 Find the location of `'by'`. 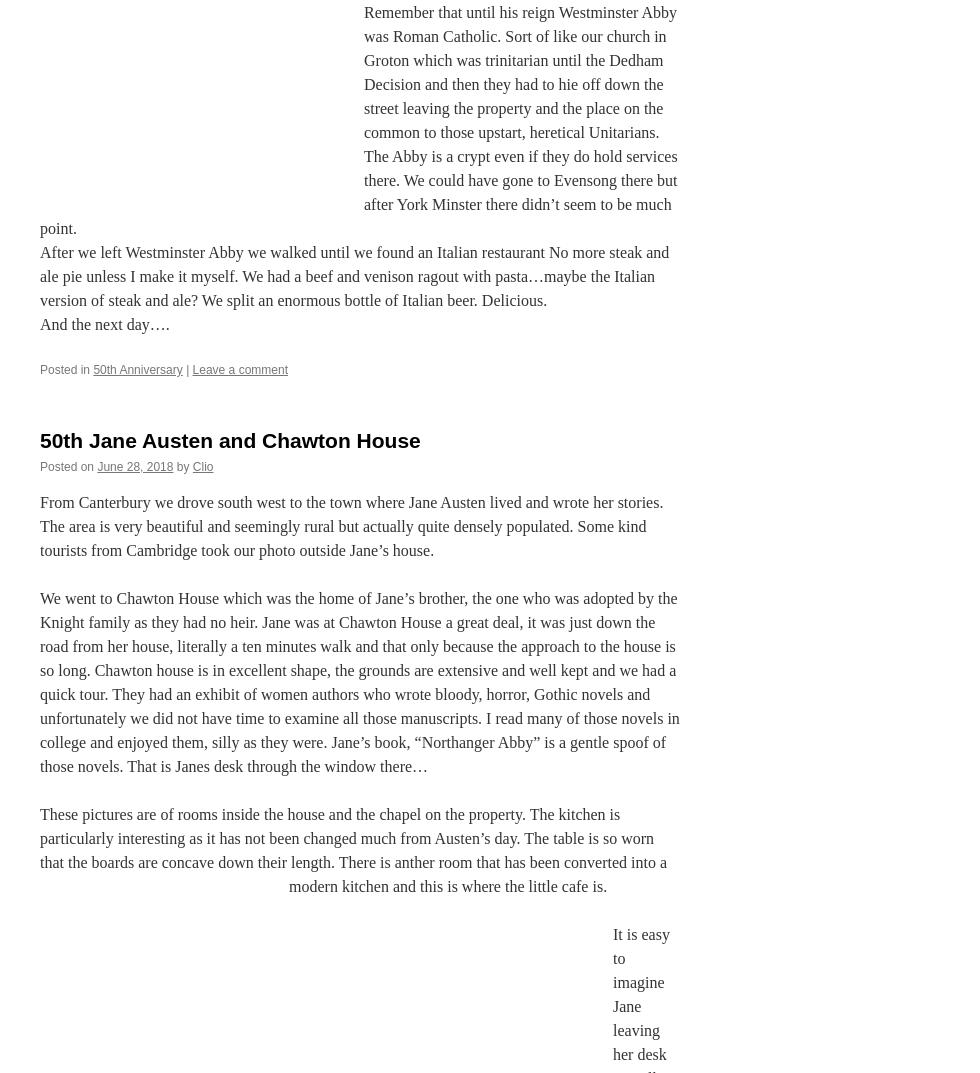

'by' is located at coordinates (182, 466).